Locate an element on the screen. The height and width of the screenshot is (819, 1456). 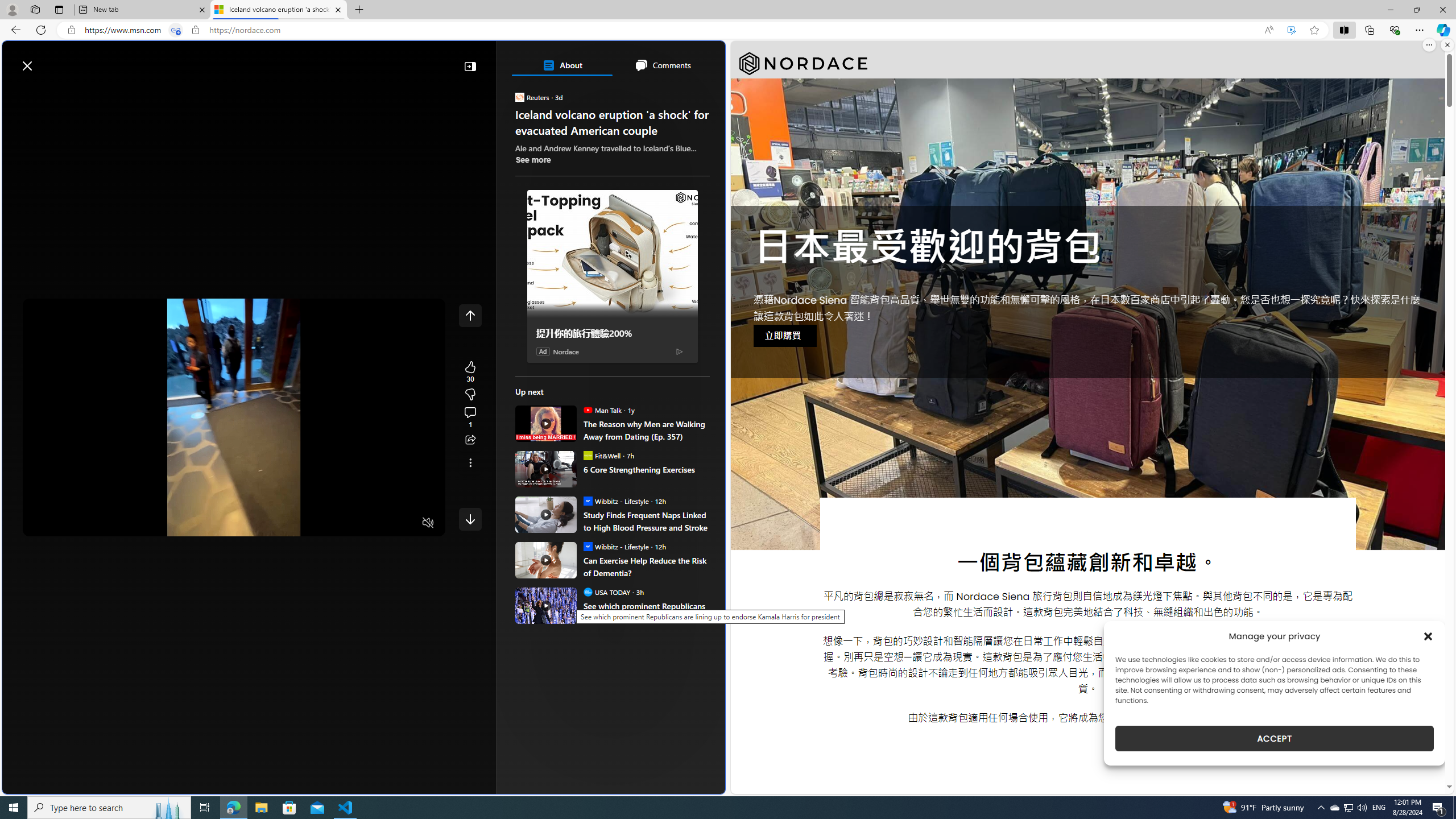
'30 Like' is located at coordinates (470, 371).